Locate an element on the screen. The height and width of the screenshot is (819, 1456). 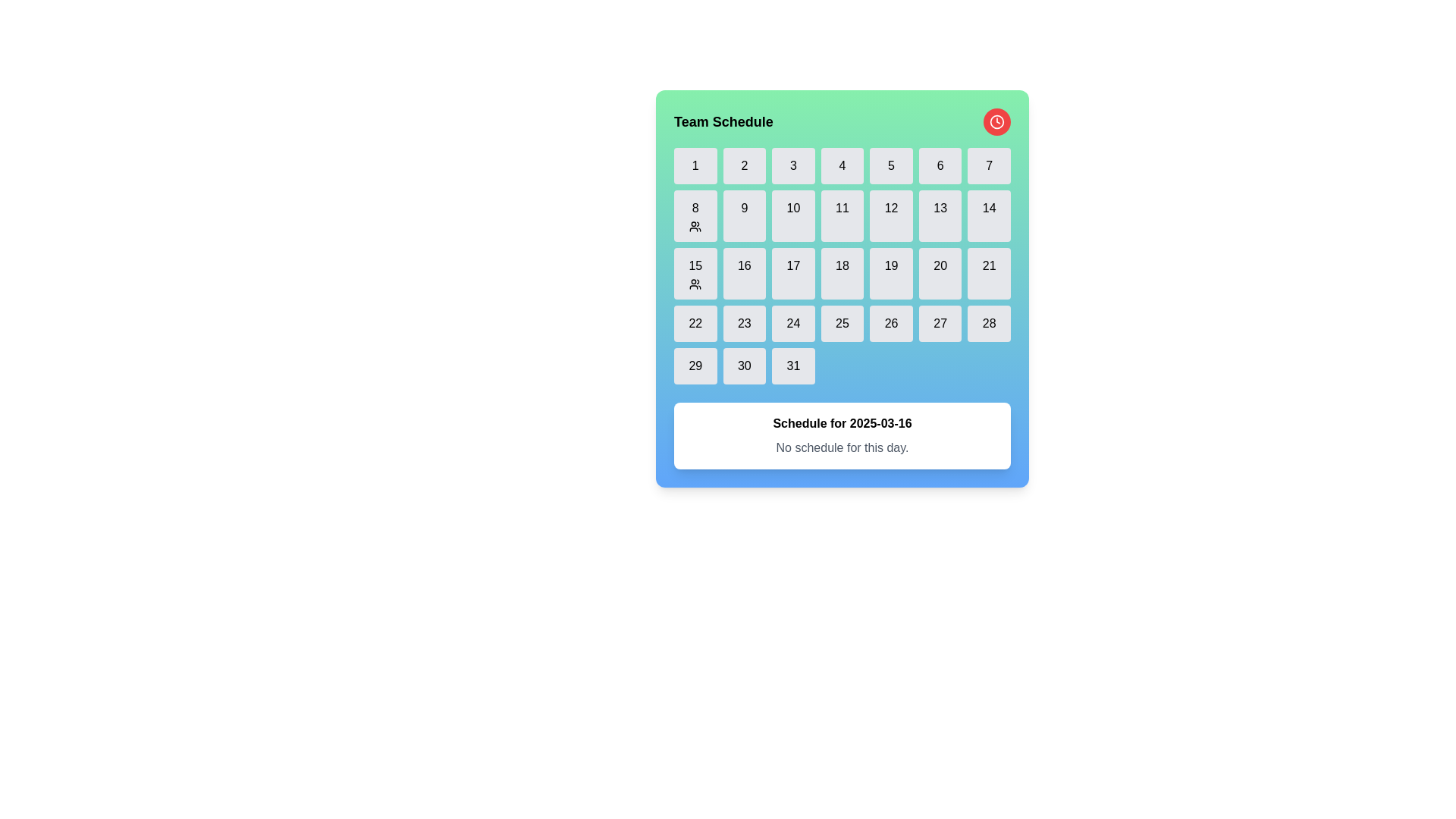
the selectable calendar day box displaying the number '30', which is located in the bottom row of the calendar grid between '29' and '31' is located at coordinates (744, 366).